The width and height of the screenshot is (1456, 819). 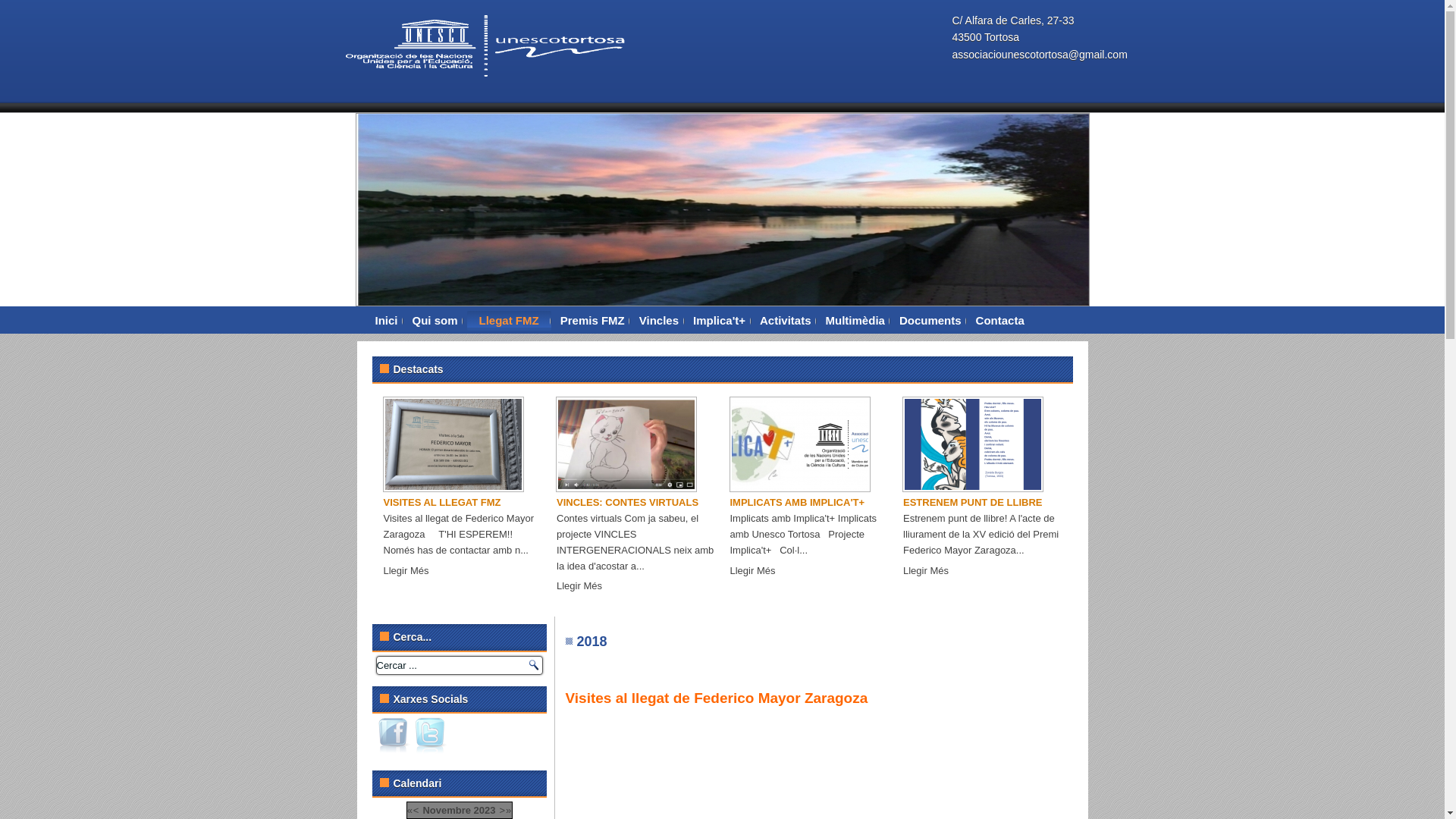 What do you see at coordinates (446, 809) in the screenshot?
I see `'Novembre'` at bounding box center [446, 809].